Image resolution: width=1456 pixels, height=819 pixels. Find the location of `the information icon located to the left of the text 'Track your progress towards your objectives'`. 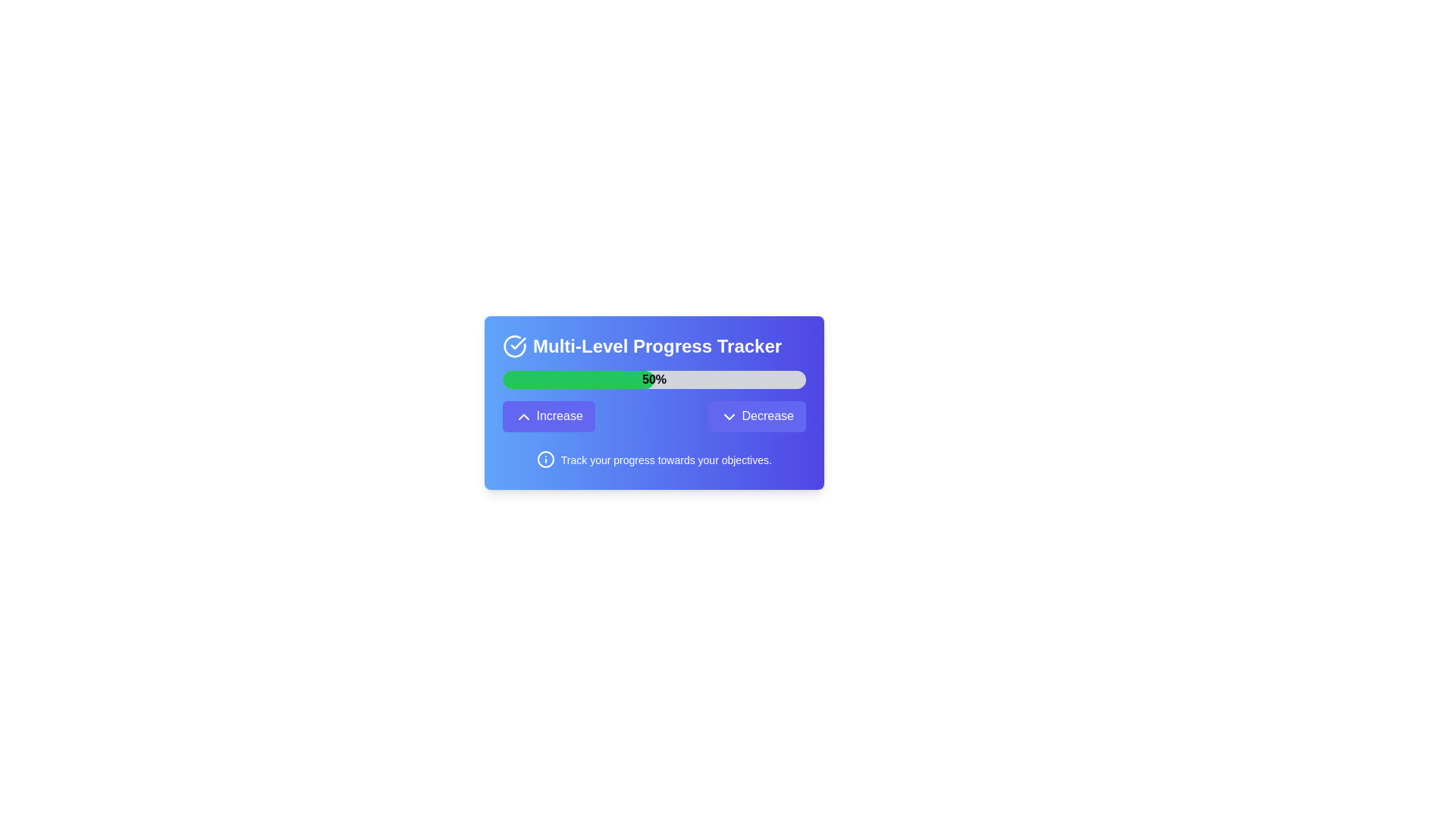

the information icon located to the left of the text 'Track your progress towards your objectives' is located at coordinates (546, 458).